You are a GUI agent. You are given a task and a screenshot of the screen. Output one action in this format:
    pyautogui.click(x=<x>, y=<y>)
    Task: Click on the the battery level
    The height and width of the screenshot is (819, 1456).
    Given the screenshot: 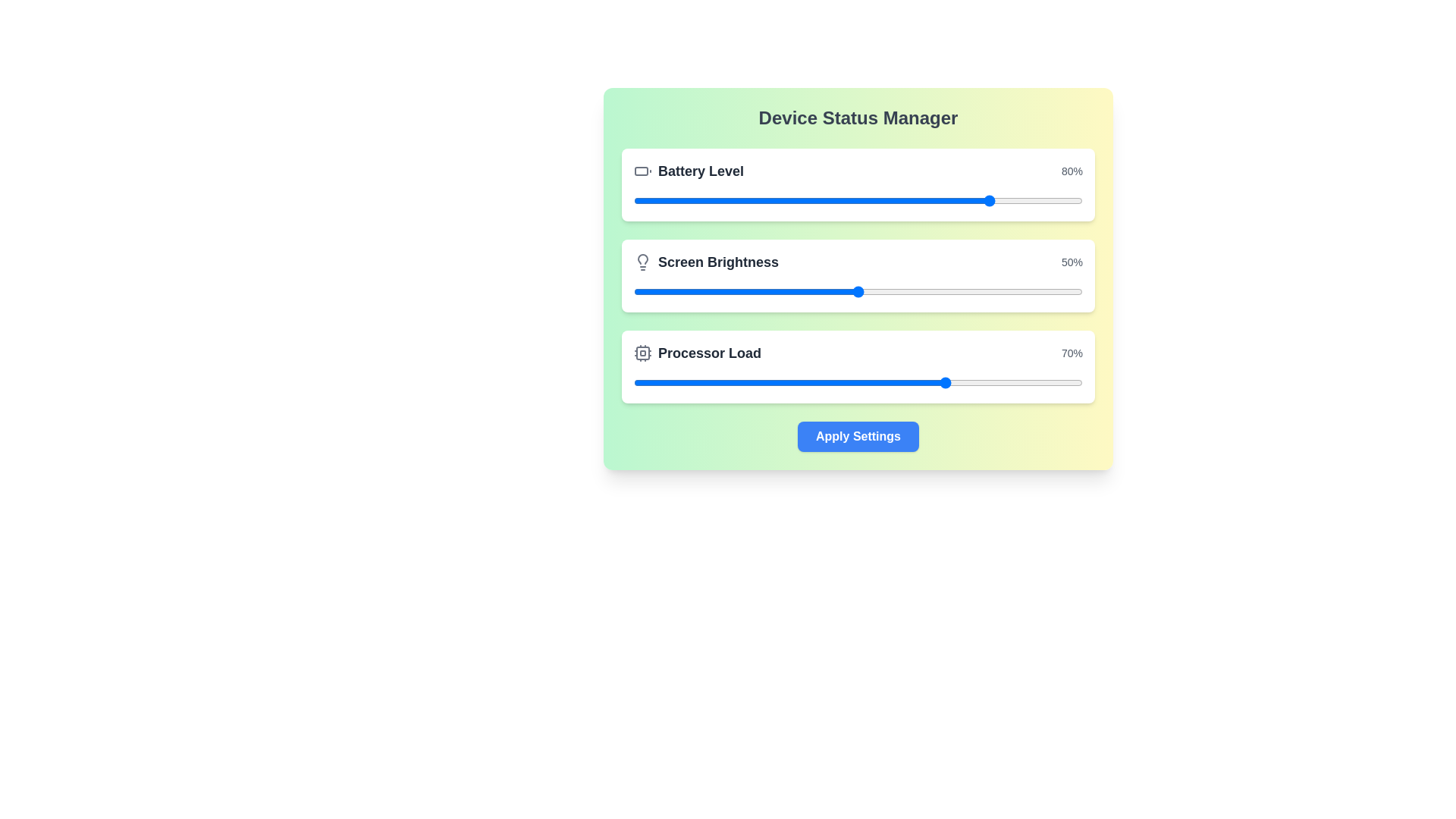 What is the action you would take?
    pyautogui.click(x=844, y=200)
    